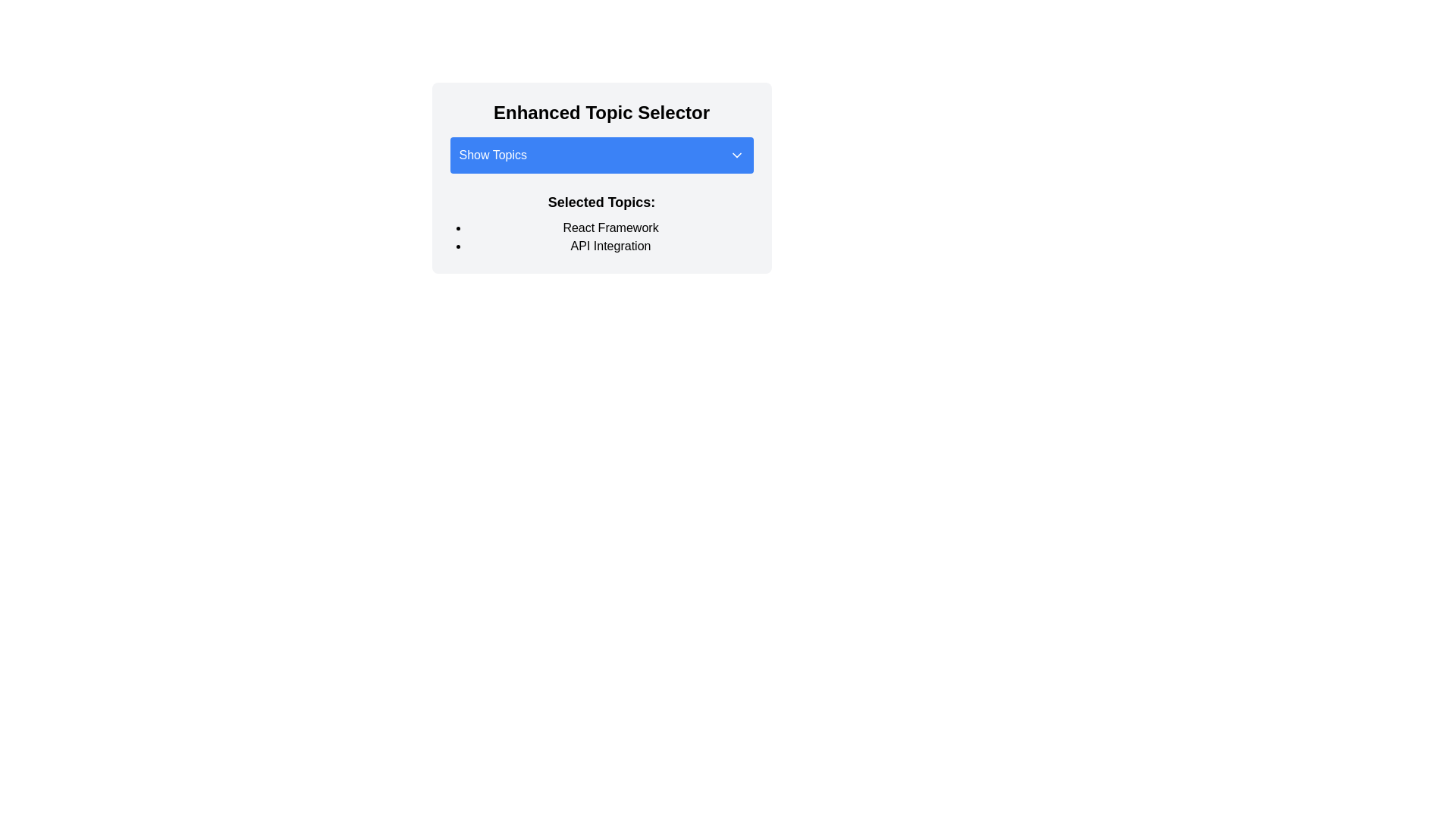  I want to click on static text label displaying 'Show Topics' in white color, which is located within a blue button-like structure under the heading 'Enhanced Topic Selector', so click(493, 155).